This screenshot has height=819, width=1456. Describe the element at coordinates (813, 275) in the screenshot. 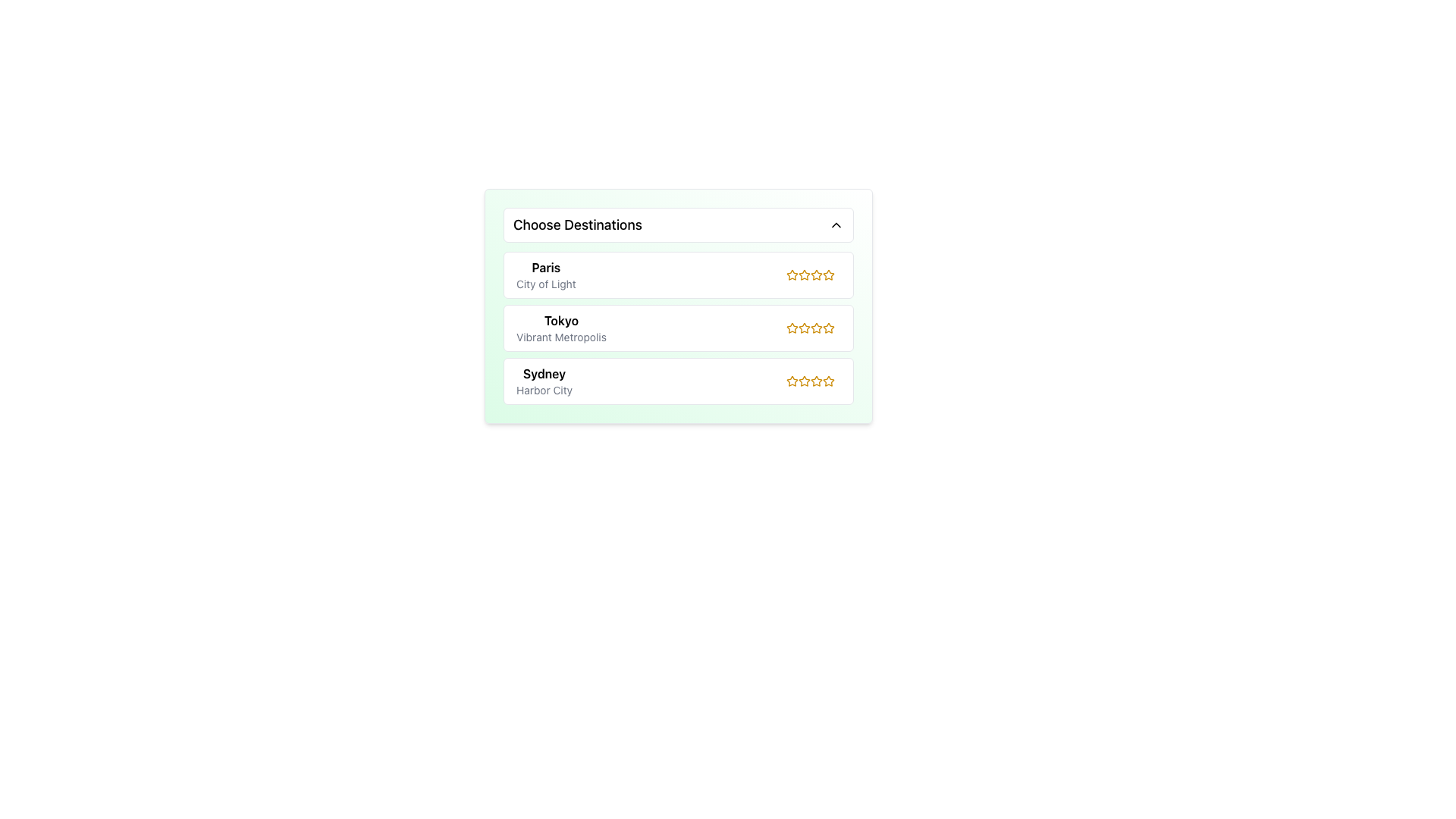

I see `the Rating stars group located to the right of the 'Paris City of Light' text block to indicate user feedback or quality` at that location.